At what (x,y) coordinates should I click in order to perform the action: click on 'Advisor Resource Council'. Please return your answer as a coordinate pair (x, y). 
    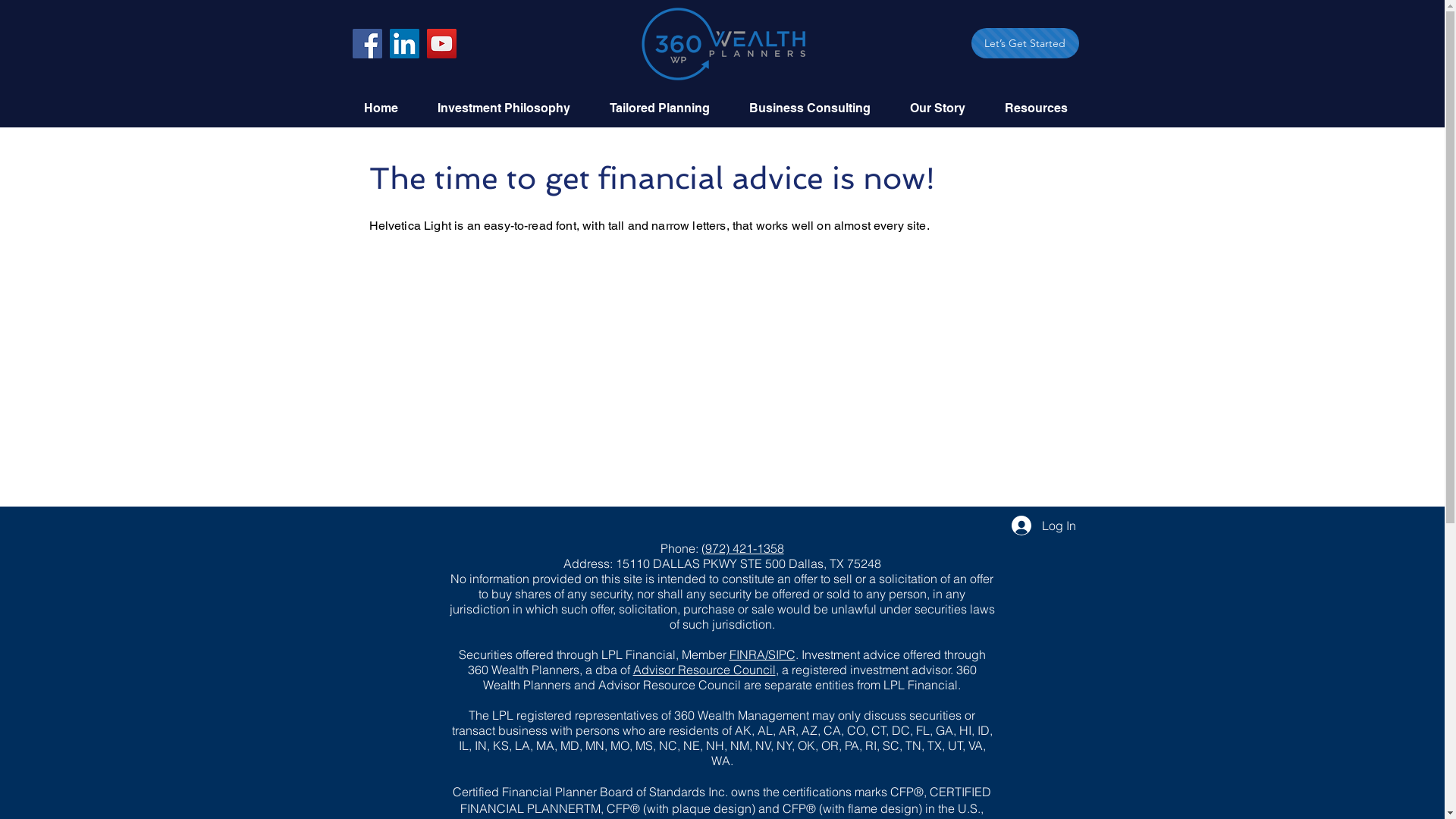
    Looking at the image, I should click on (702, 669).